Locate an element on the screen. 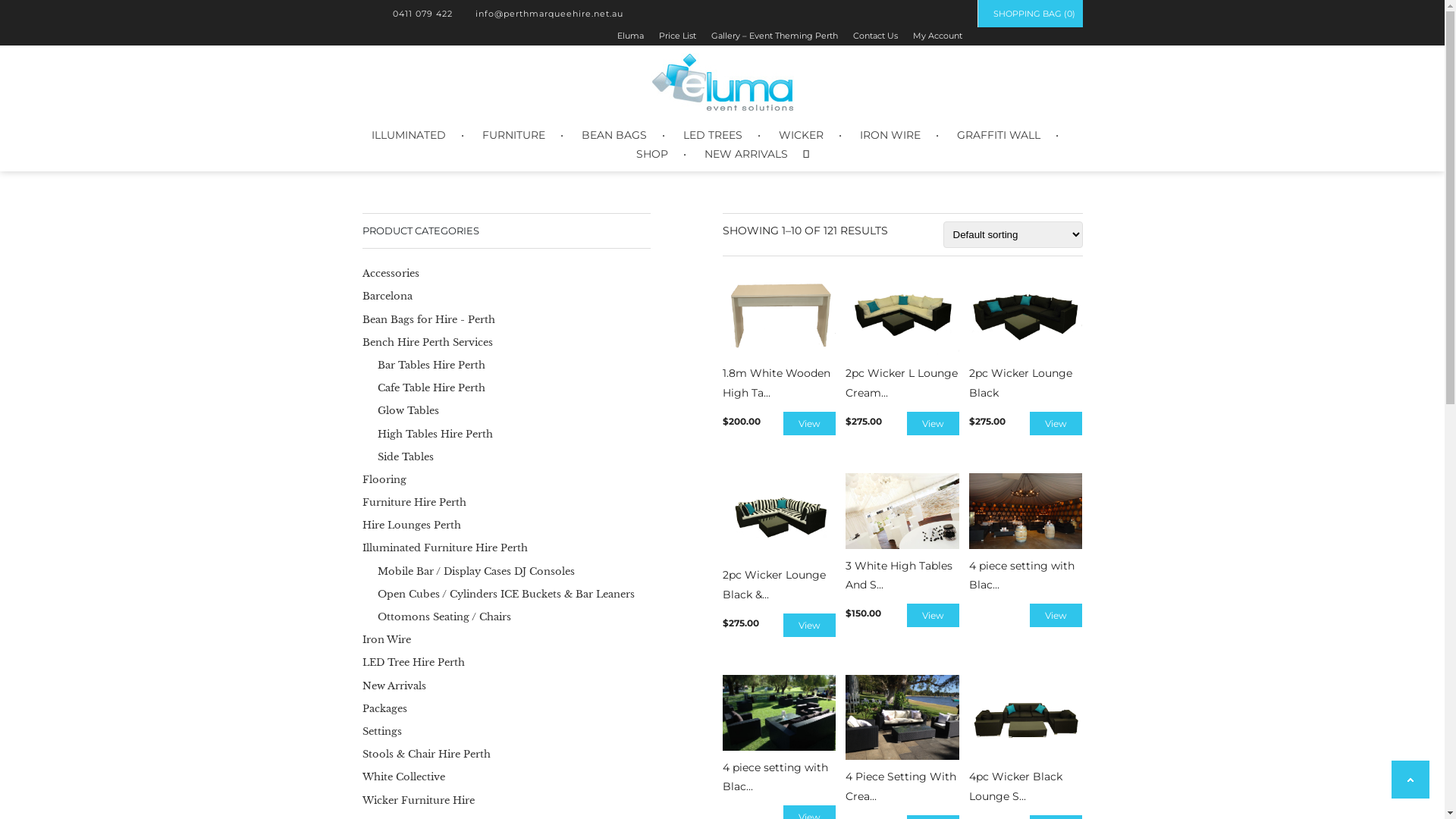 This screenshot has height=819, width=1456. 'My Account' is located at coordinates (937, 34).